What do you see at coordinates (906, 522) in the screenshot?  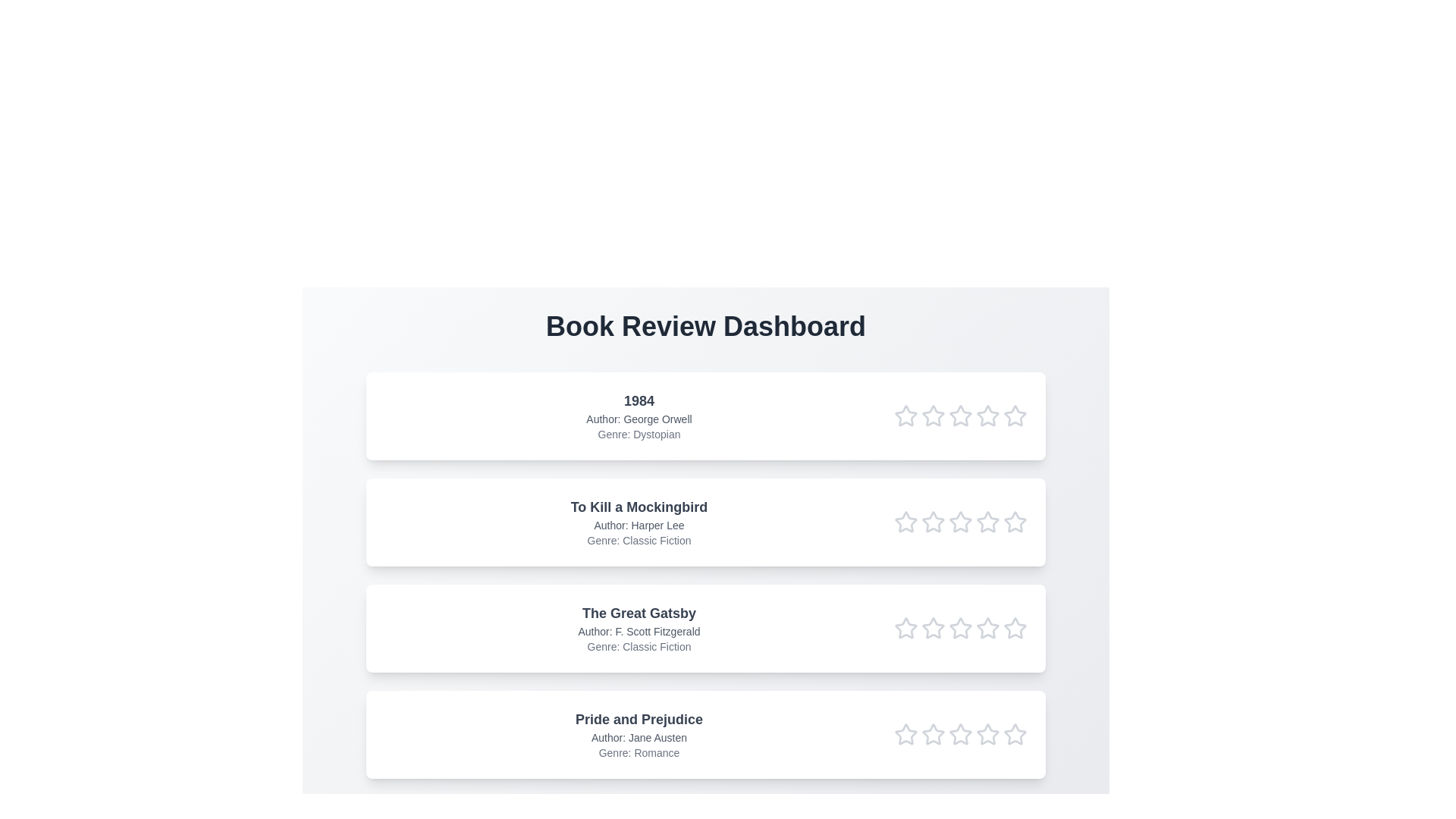 I see `the rating of the book 'To Kill a Mockingbird' to 1 stars by clicking on the respective star` at bounding box center [906, 522].